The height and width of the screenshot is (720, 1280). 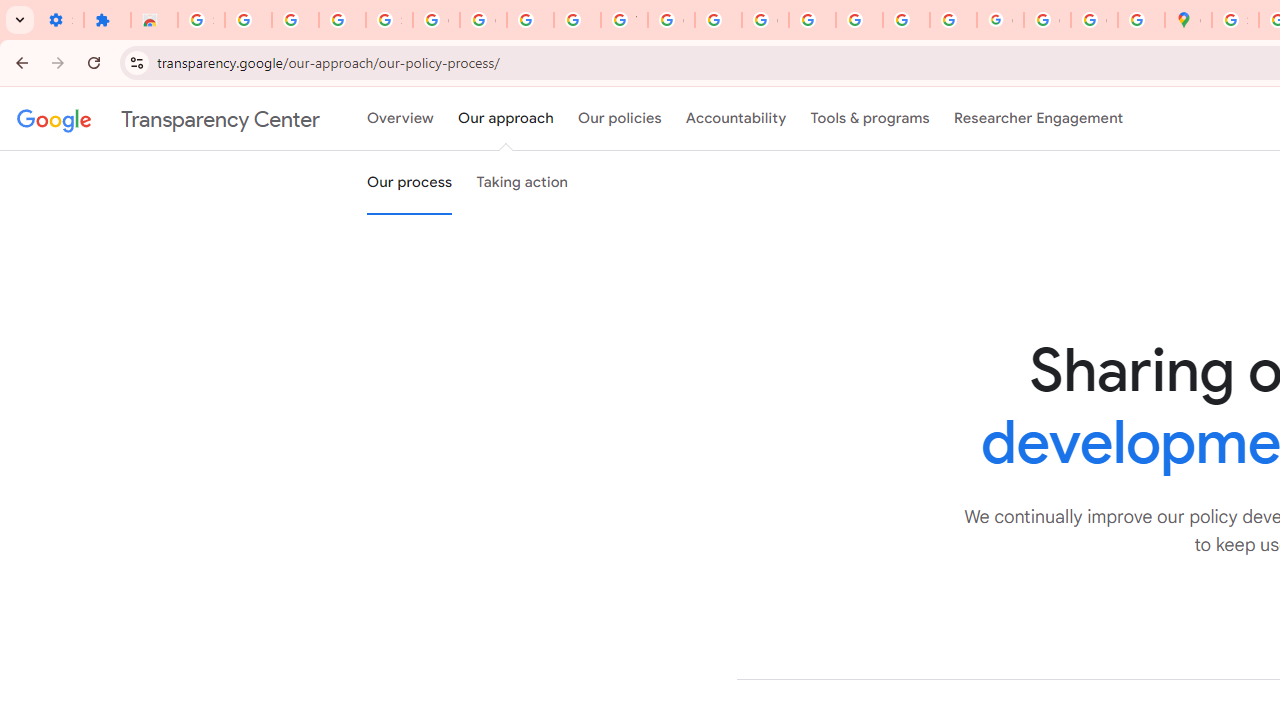 What do you see at coordinates (153, 20) in the screenshot?
I see `'Reviews: Helix Fruit Jump Arcade Game'` at bounding box center [153, 20].